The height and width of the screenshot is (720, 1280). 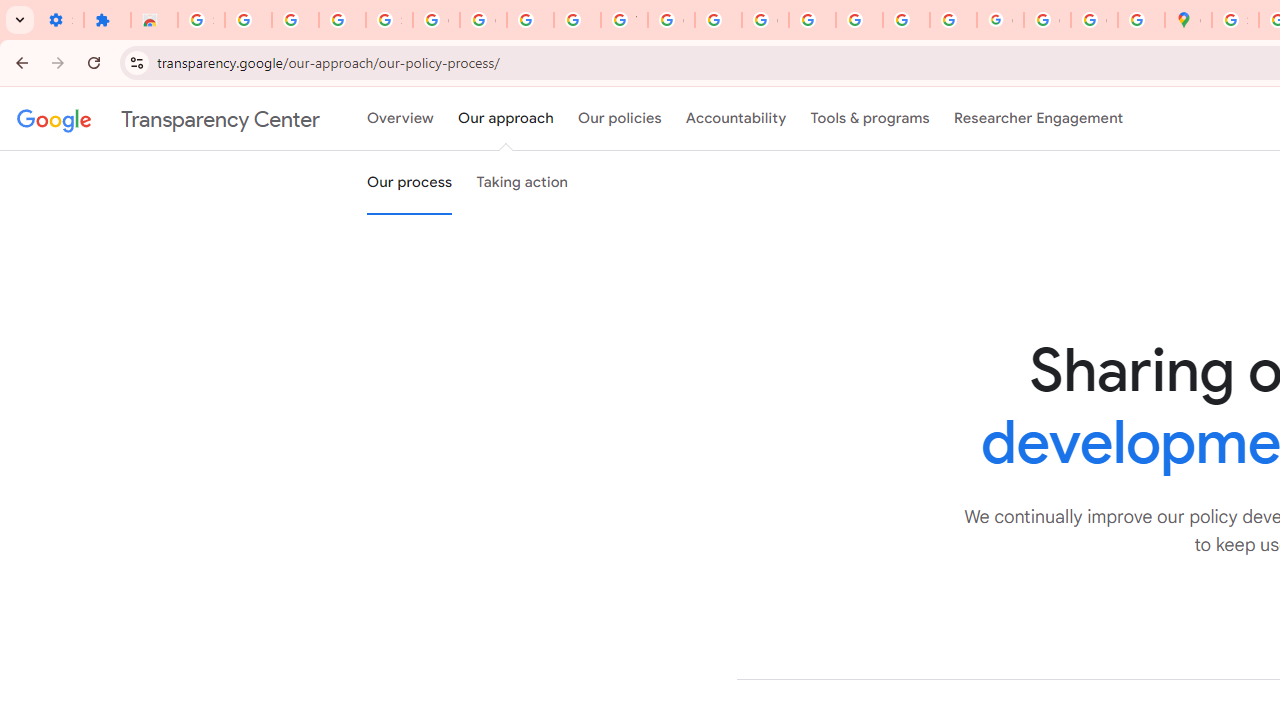 What do you see at coordinates (153, 20) in the screenshot?
I see `'Reviews: Helix Fruit Jump Arcade Game'` at bounding box center [153, 20].